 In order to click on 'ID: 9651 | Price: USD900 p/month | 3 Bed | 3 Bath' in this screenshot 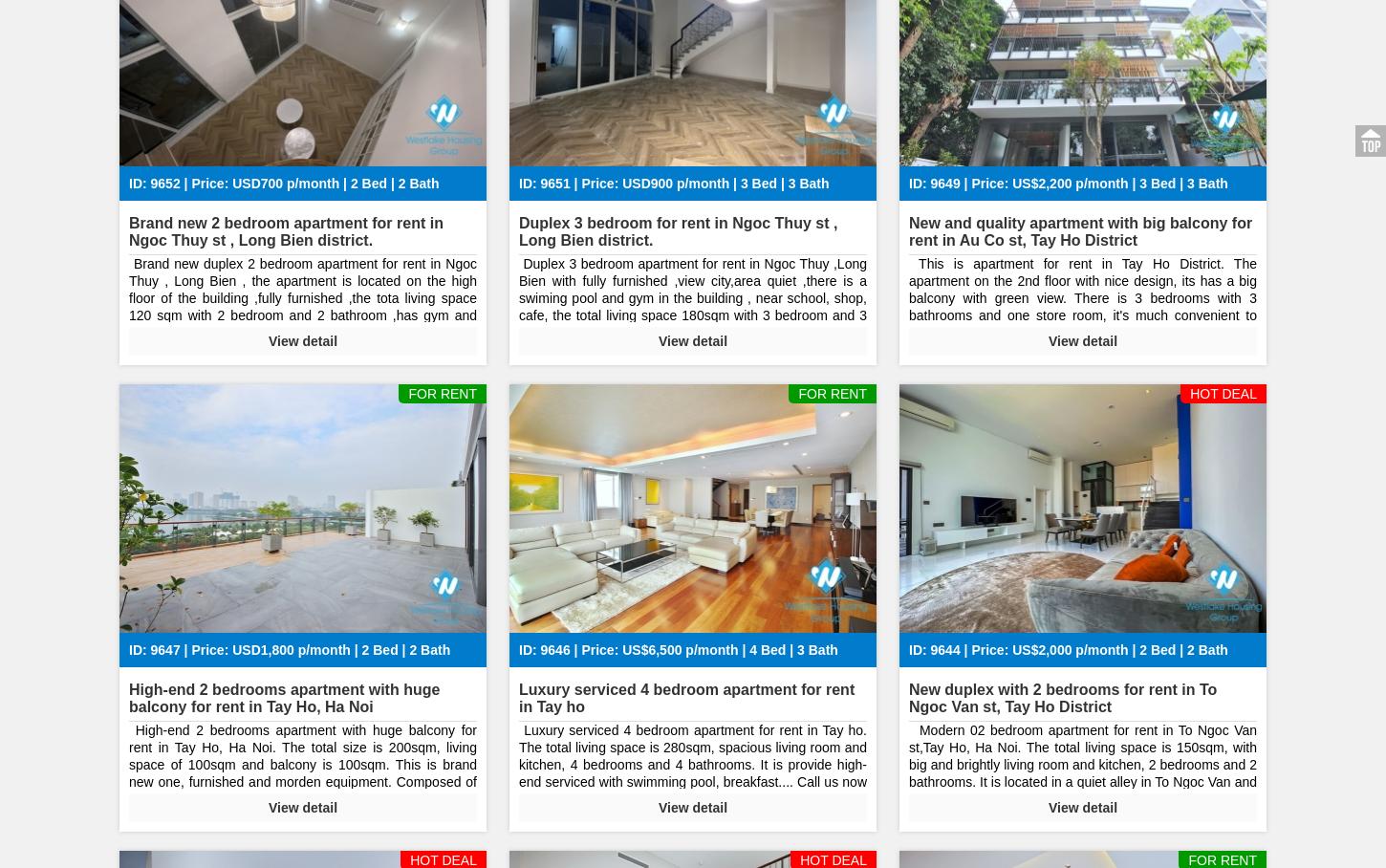, I will do `click(672, 184)`.